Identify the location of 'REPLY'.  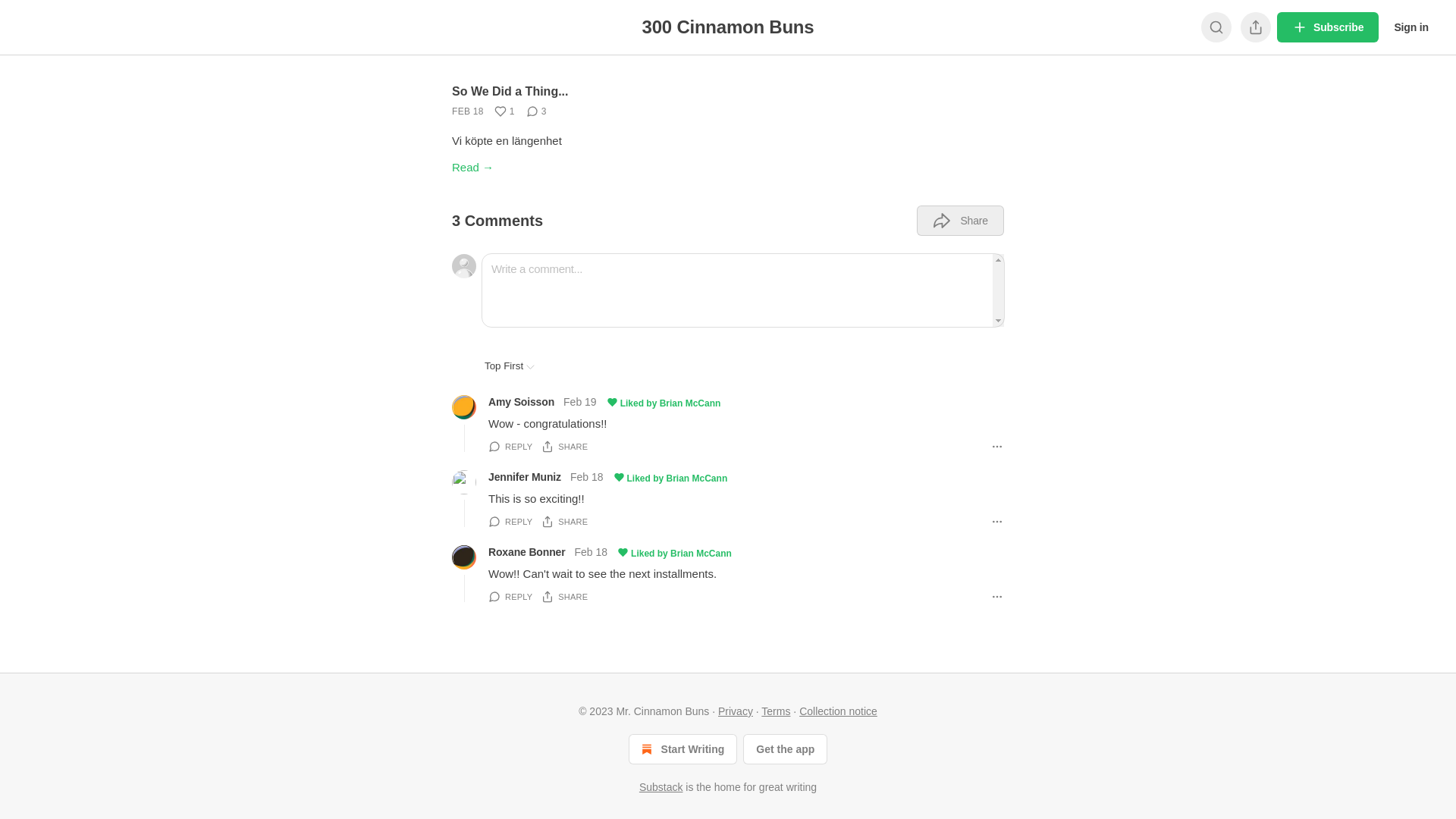
(510, 595).